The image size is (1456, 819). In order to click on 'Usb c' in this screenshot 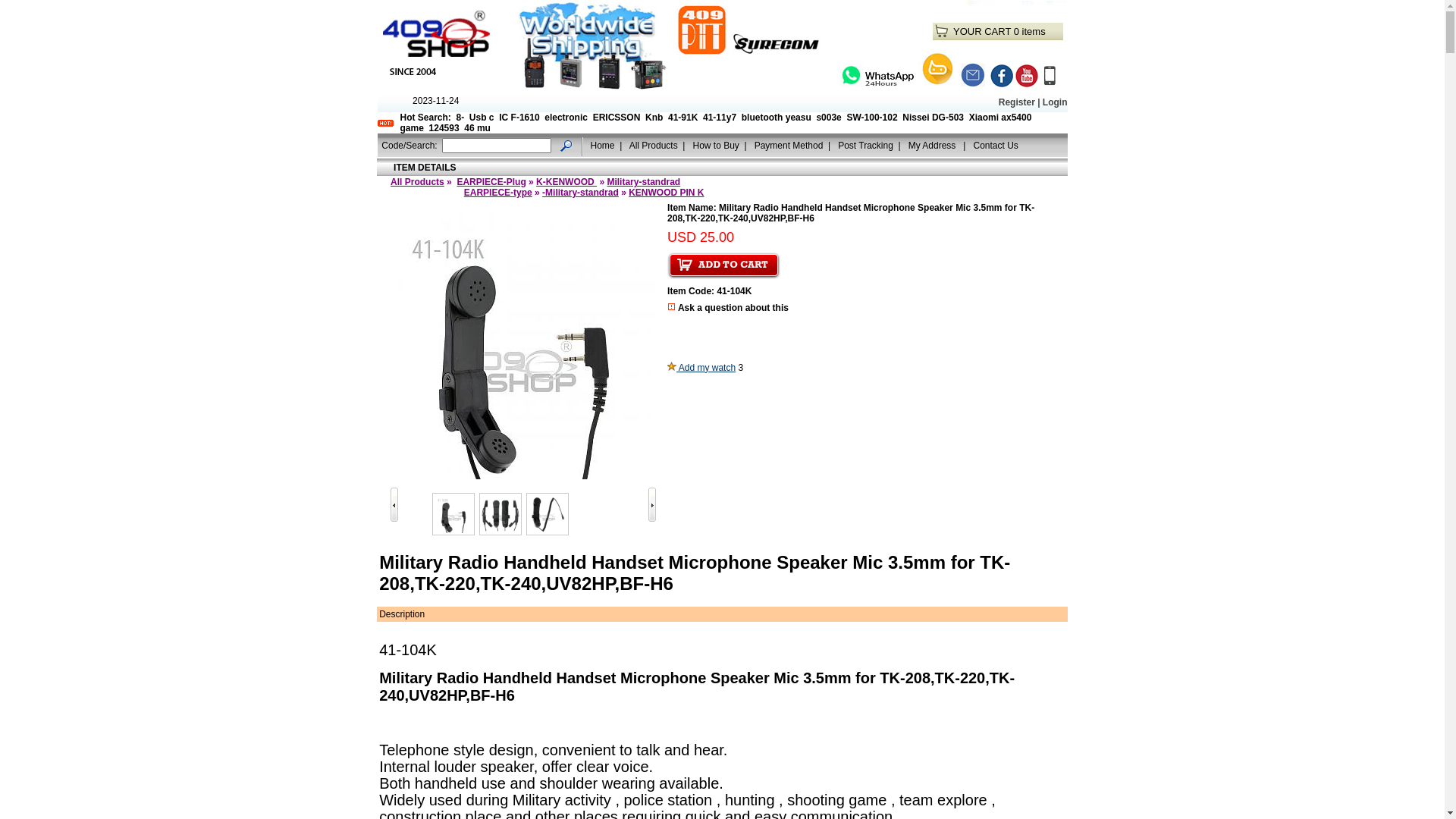, I will do `click(481, 116)`.